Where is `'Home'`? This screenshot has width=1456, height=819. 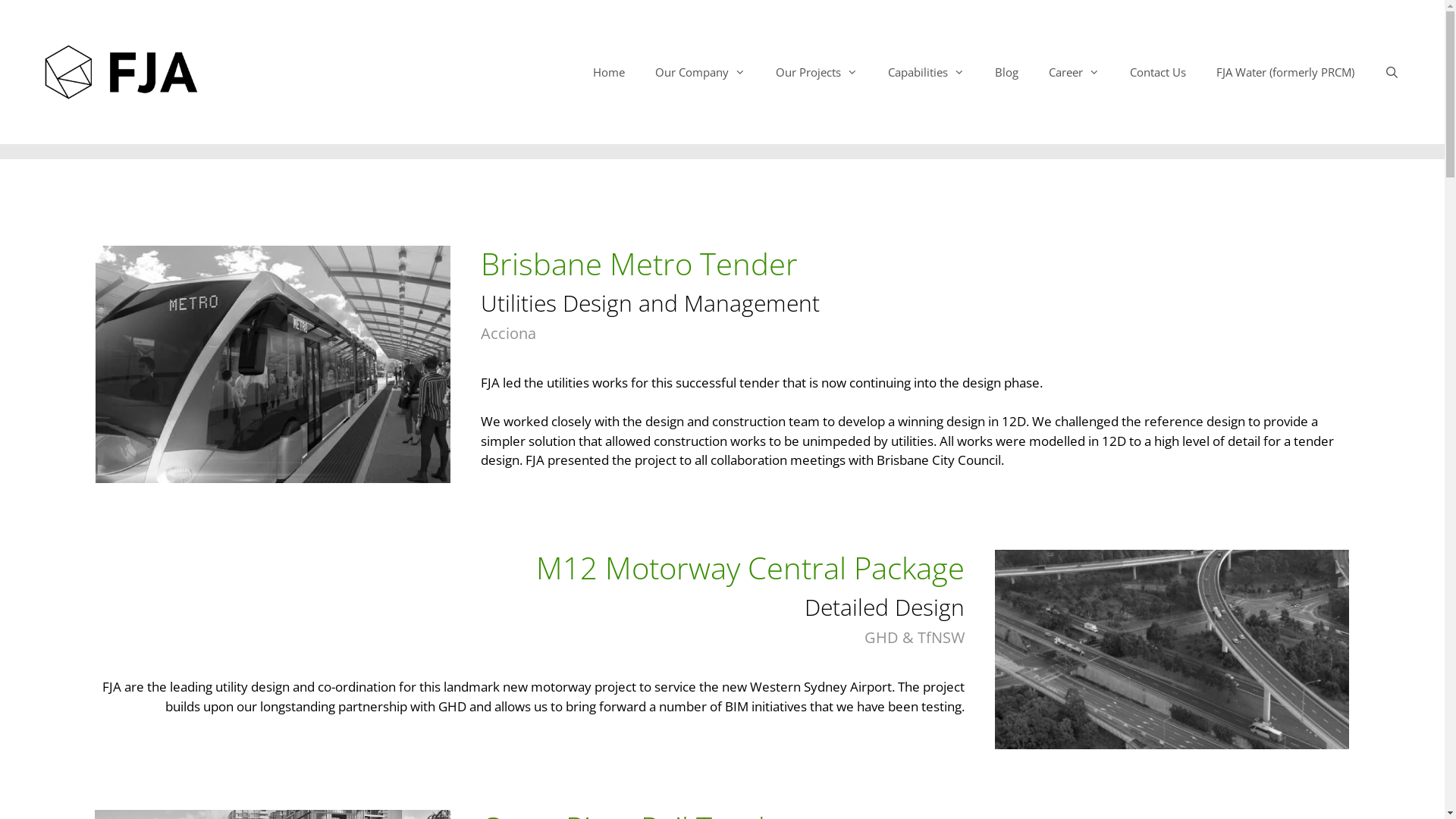 'Home' is located at coordinates (608, 72).